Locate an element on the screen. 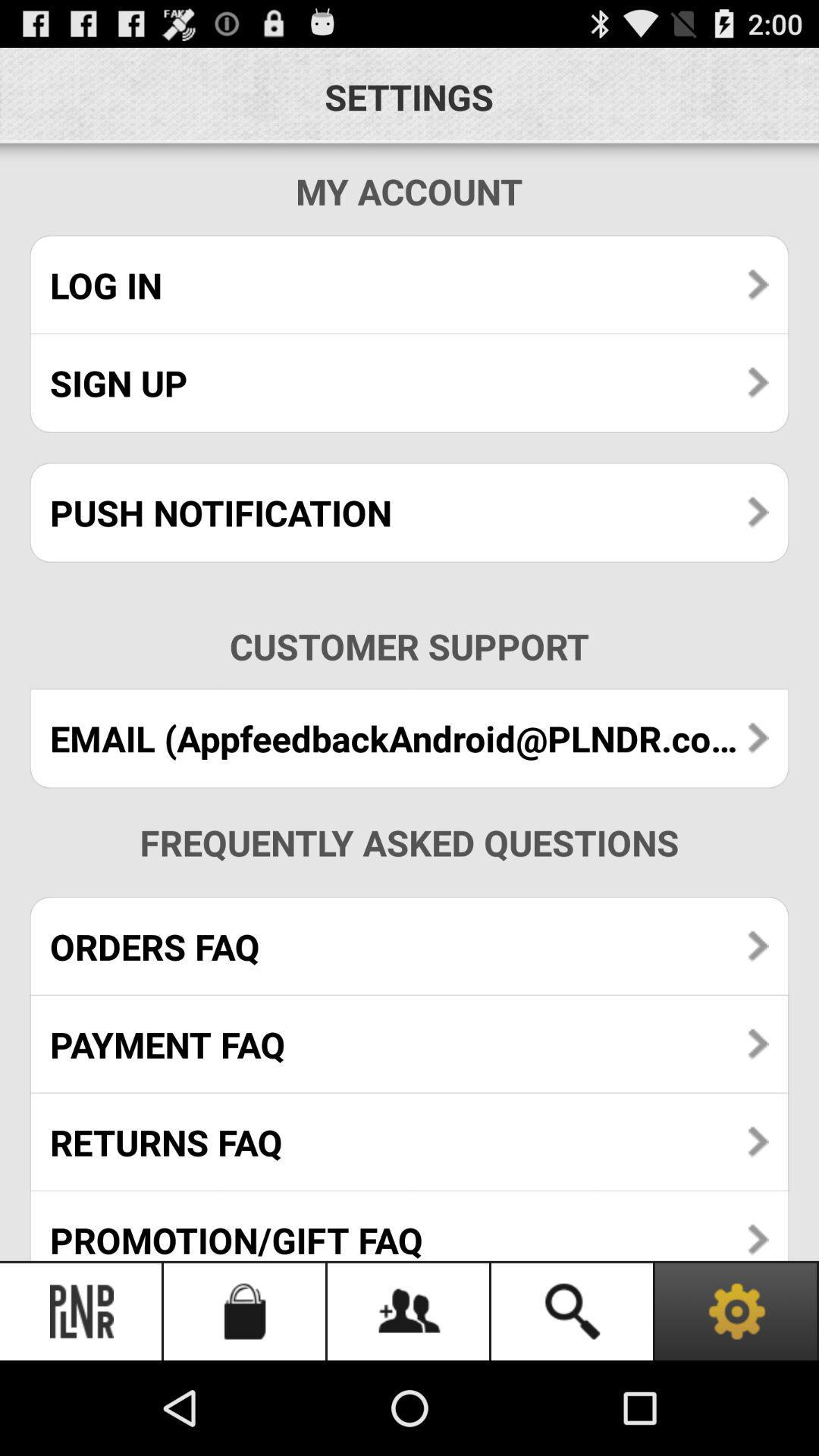 The height and width of the screenshot is (1456, 819). the item below the customer support app is located at coordinates (409, 738).